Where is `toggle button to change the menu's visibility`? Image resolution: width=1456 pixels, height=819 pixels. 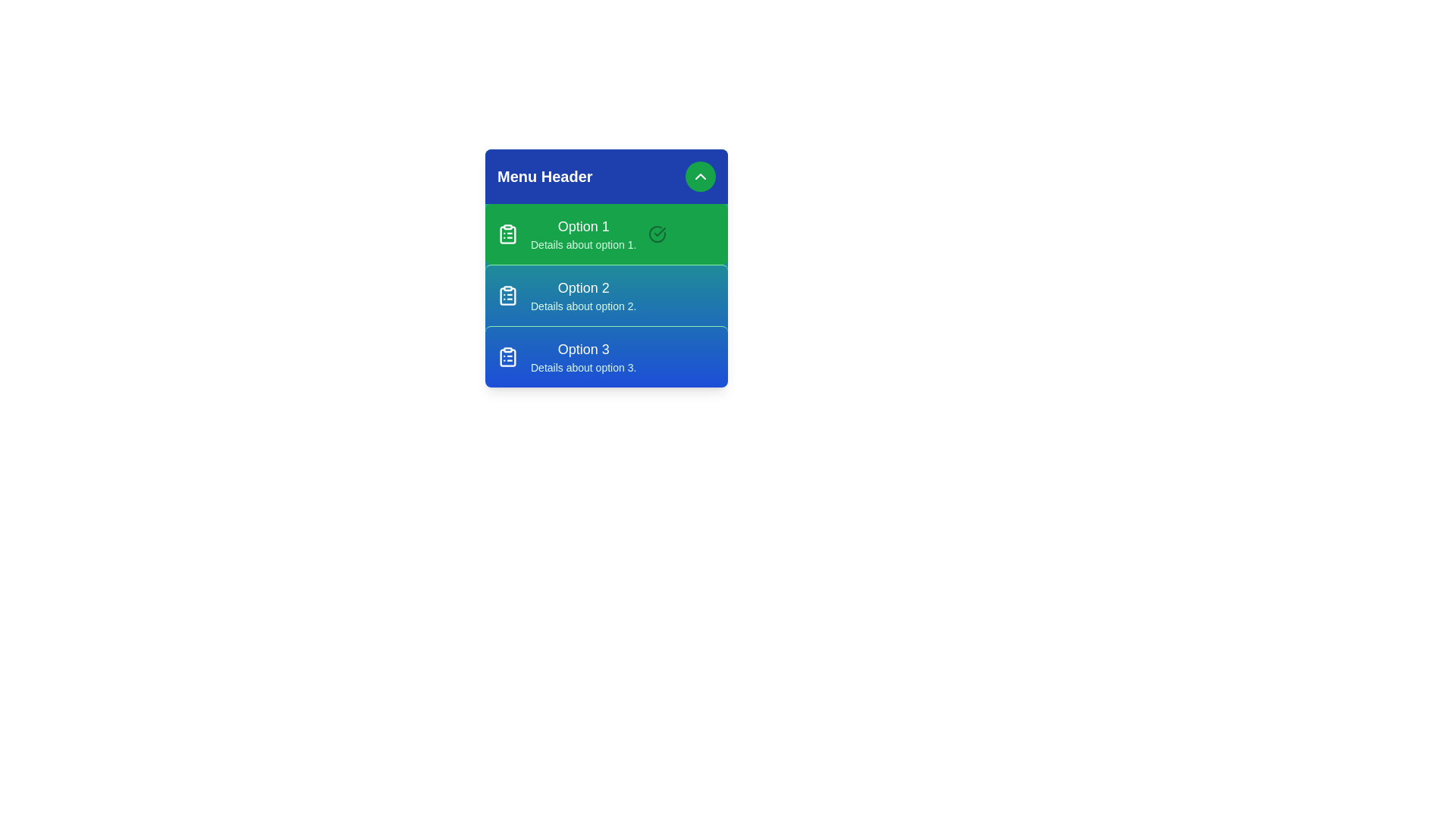
toggle button to change the menu's visibility is located at coordinates (700, 175).